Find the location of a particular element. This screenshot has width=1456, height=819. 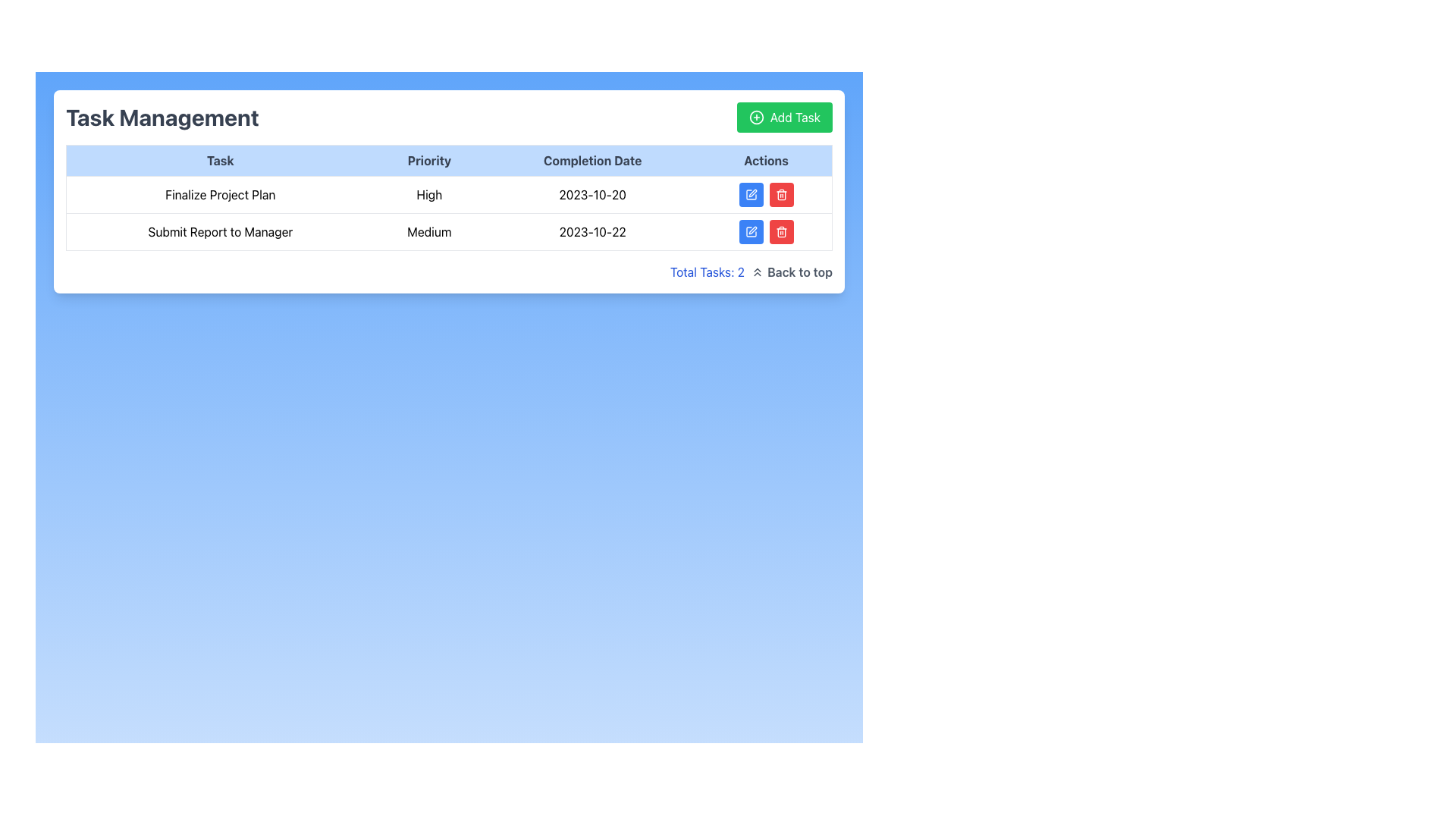

the second row in the task management table labeled 'Submit Report to Manager' is located at coordinates (448, 231).